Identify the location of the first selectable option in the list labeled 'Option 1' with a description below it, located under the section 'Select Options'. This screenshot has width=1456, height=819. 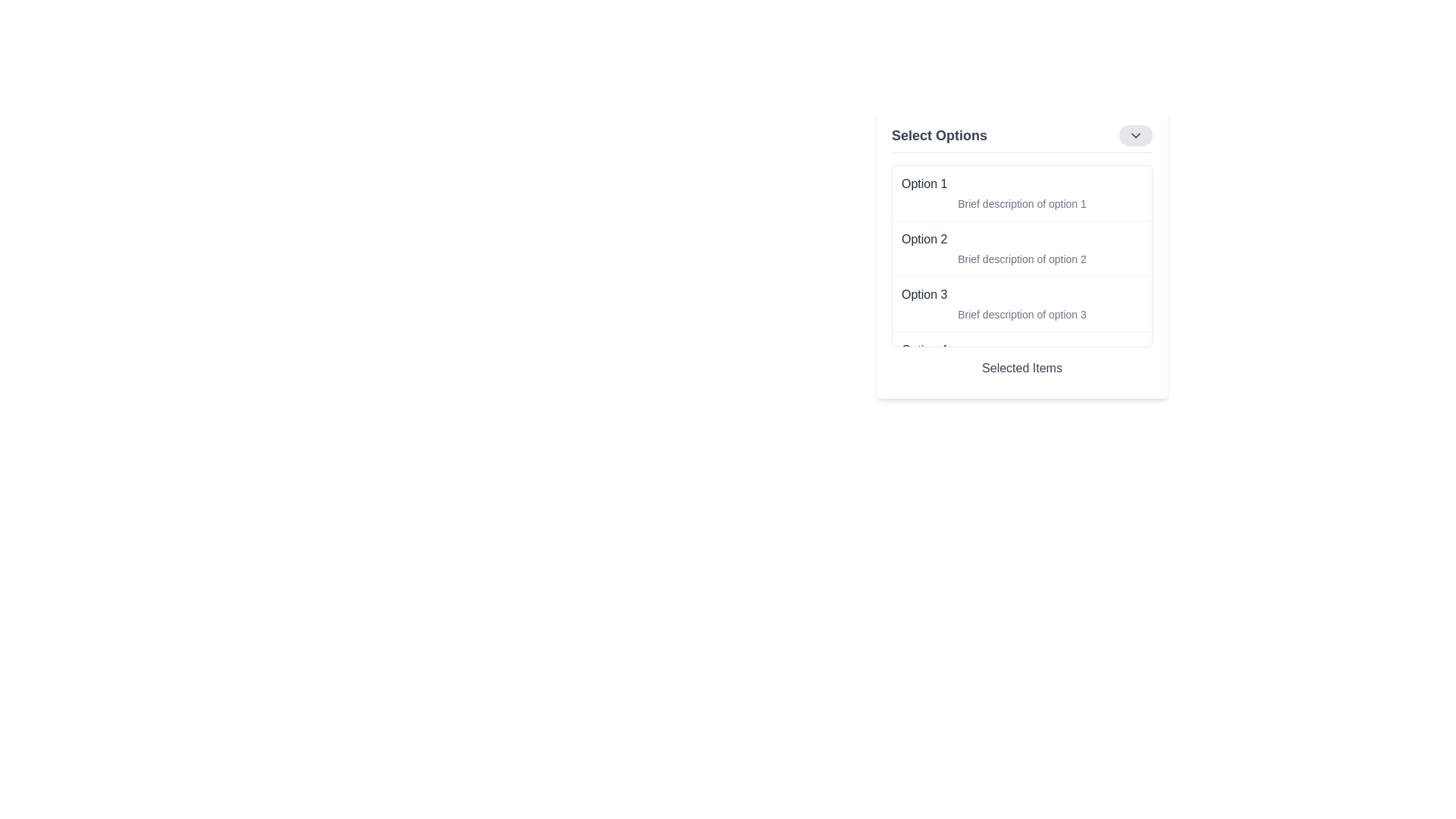
(1022, 192).